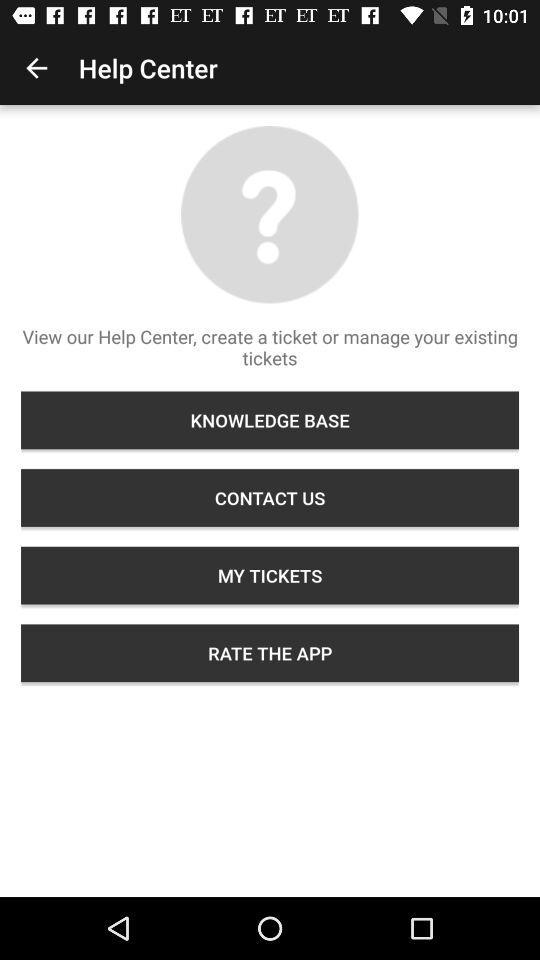 The width and height of the screenshot is (540, 960). I want to click on contact us, so click(270, 496).